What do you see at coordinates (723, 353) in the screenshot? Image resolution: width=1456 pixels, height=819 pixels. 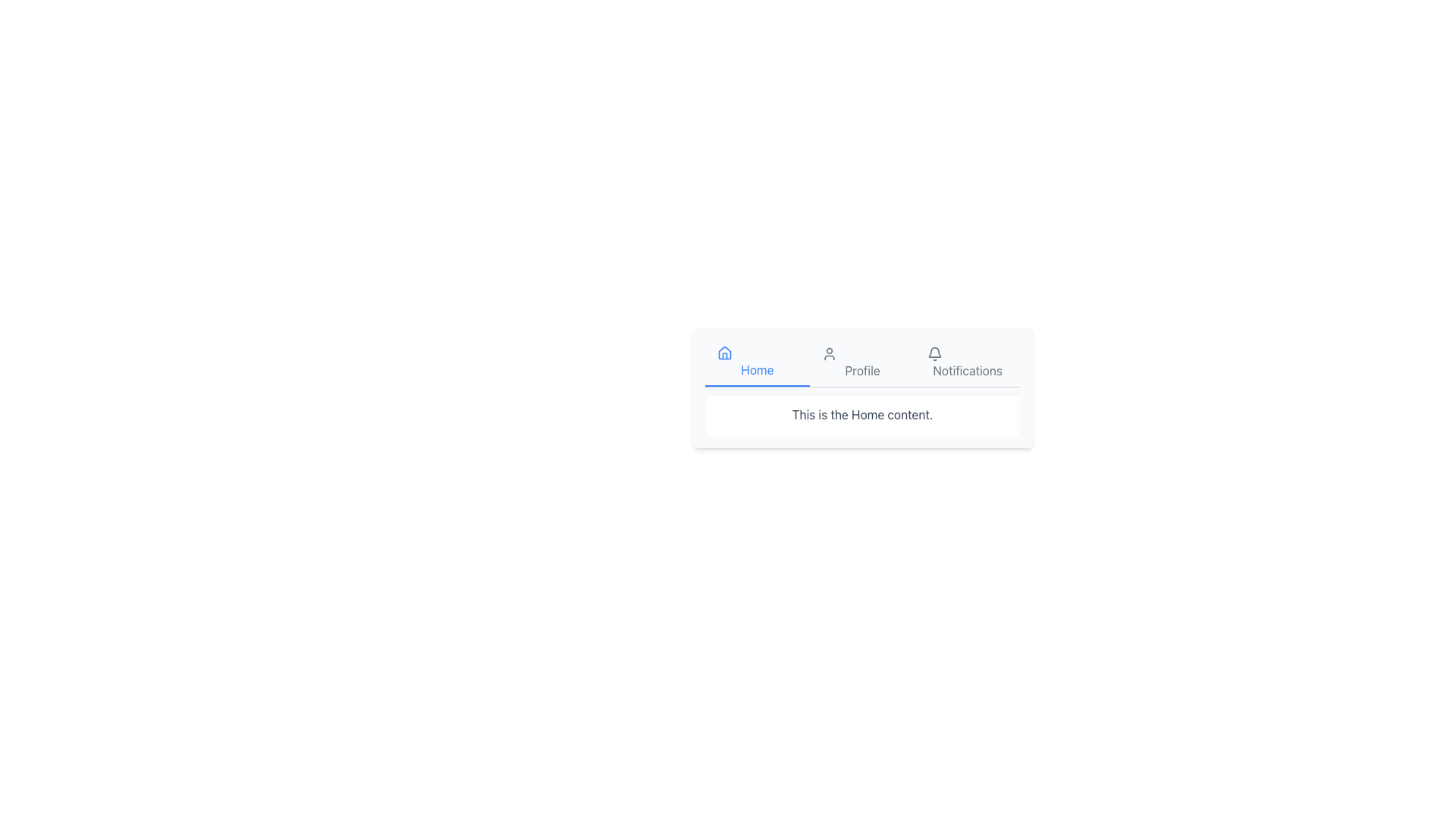 I see `the 'Home' icon, which visually represents the concept of 'Home' in the user interface` at bounding box center [723, 353].